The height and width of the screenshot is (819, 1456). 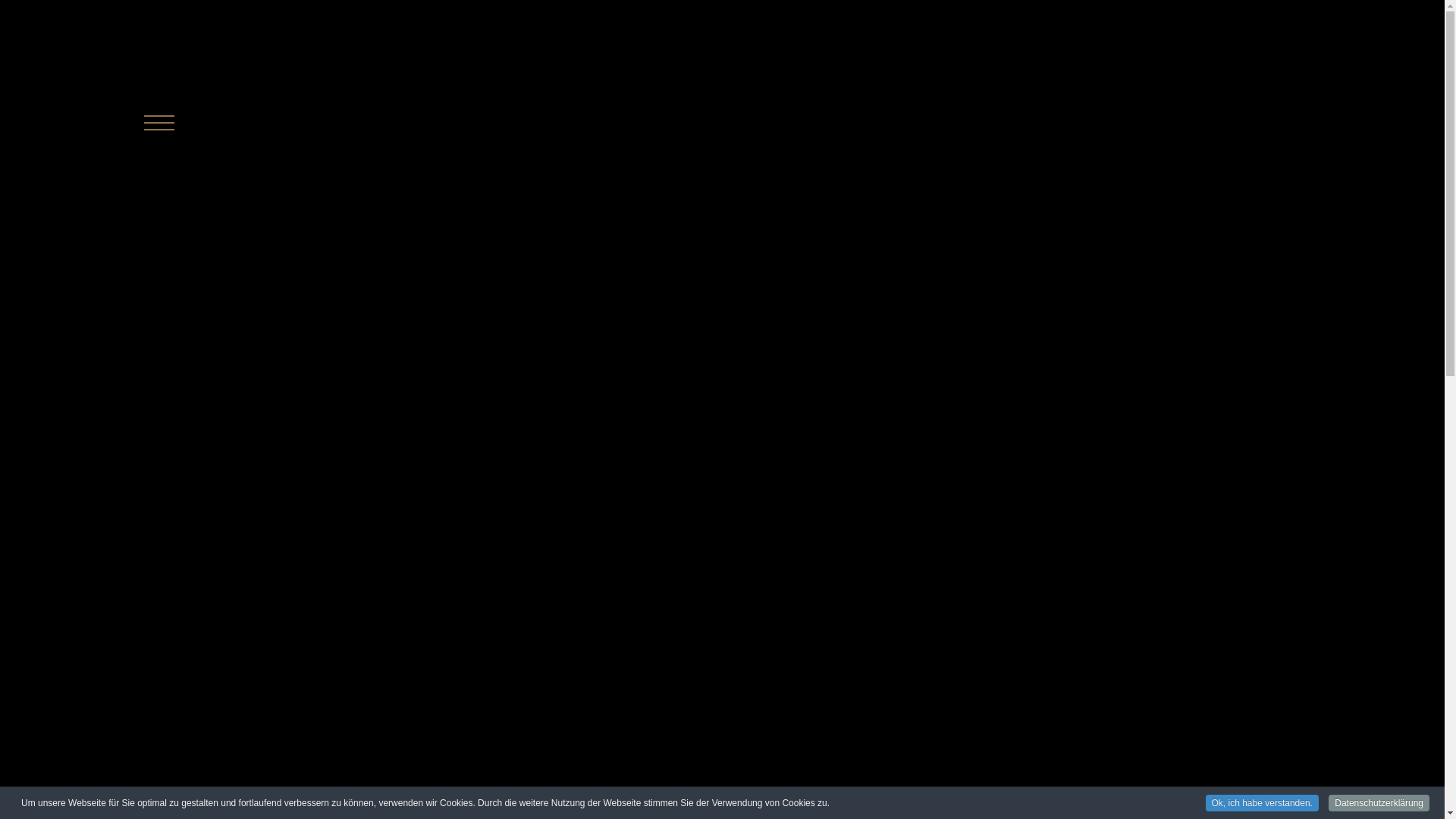 I want to click on 'Ok, ich habe verstanden.', so click(x=1262, y=802).